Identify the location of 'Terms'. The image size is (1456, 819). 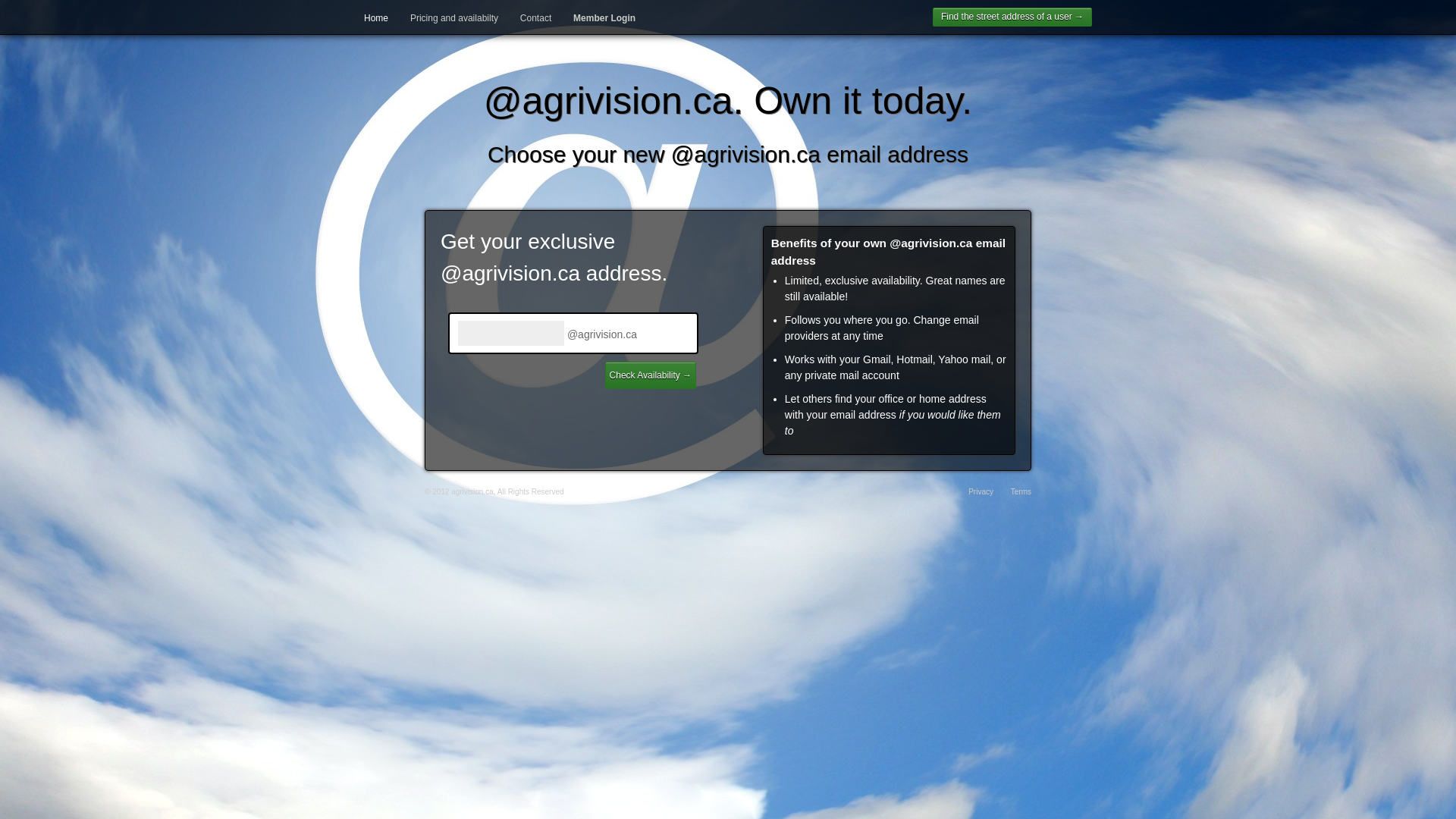
(1021, 491).